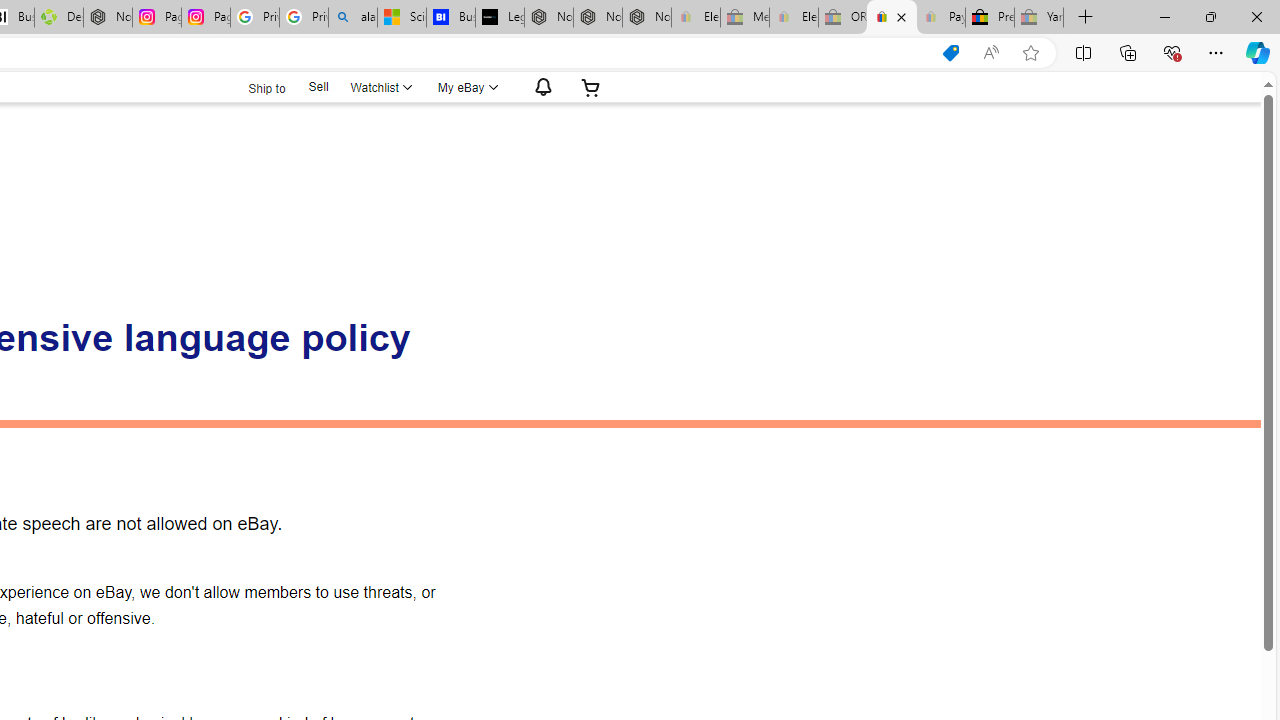 This screenshot has height=720, width=1280. Describe the element at coordinates (1215, 51) in the screenshot. I see `'Settings and more (Alt+F)'` at that location.